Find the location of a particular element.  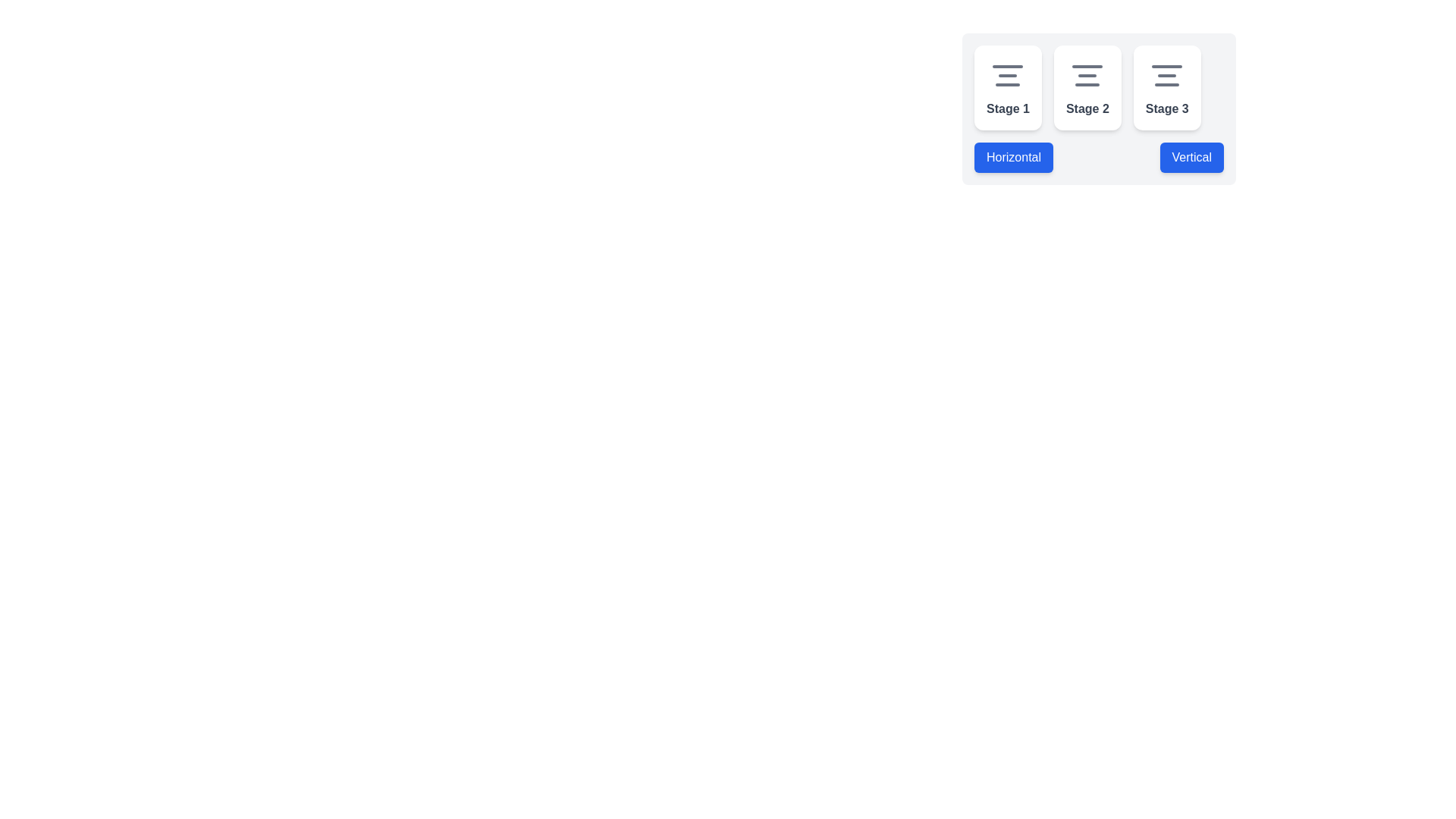

the static text label located beneath the icon in the card labeled 'Stage 3', which is the third card in a row of three on the right side of the interface is located at coordinates (1166, 108).